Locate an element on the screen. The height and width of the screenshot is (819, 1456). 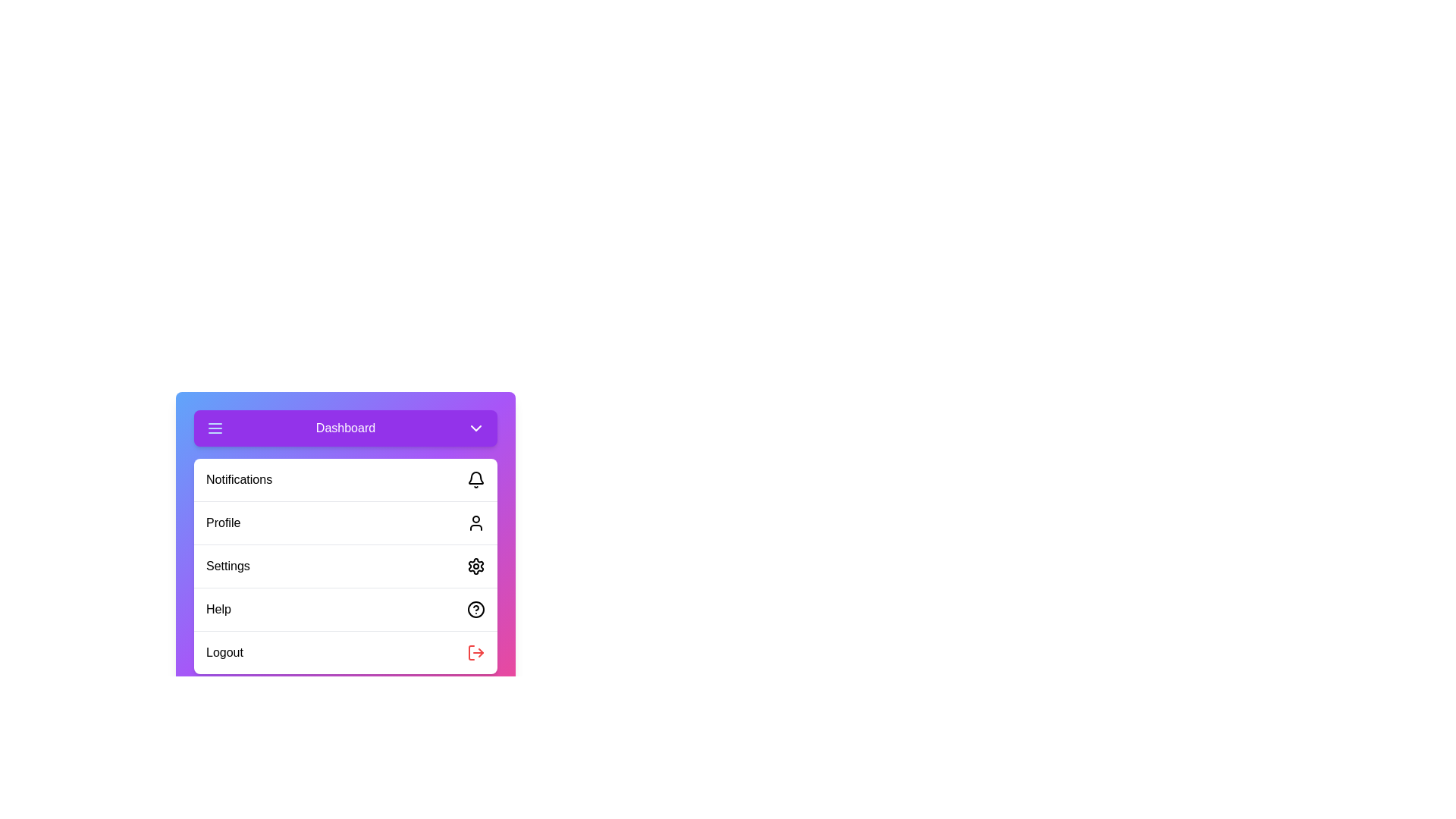
the icon next to the menu item Settings is located at coordinates (475, 566).